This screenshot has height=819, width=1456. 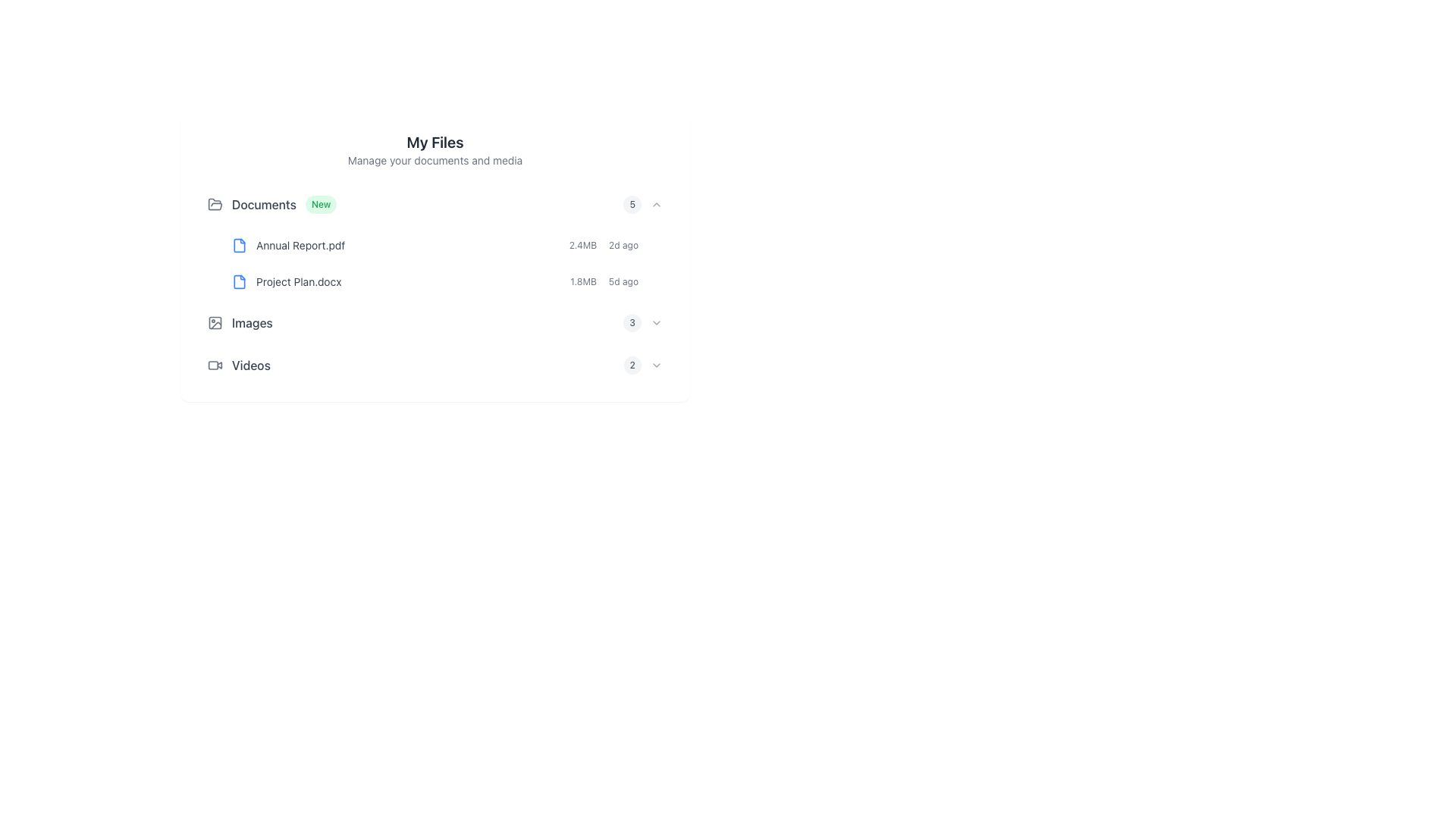 What do you see at coordinates (582, 245) in the screenshot?
I see `the text label indicating the file size of 'Annual Report.pdf', which is located to the right of the file name and slightly to the left of the '2d ago' text` at bounding box center [582, 245].